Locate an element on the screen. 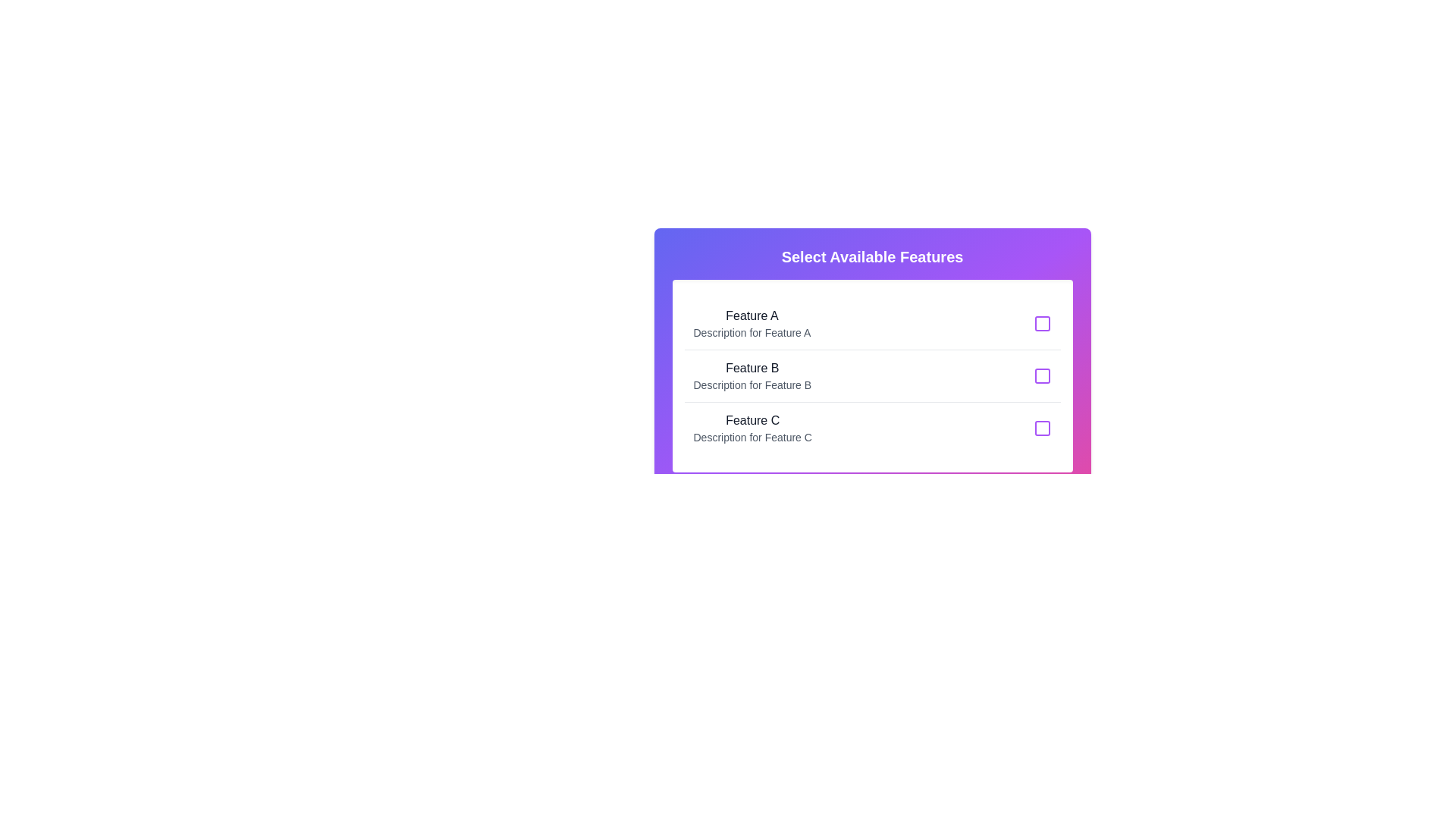 This screenshot has width=1456, height=819. the interactive list entry for 'Feature B', which includes a checkbox on the right is located at coordinates (872, 375).